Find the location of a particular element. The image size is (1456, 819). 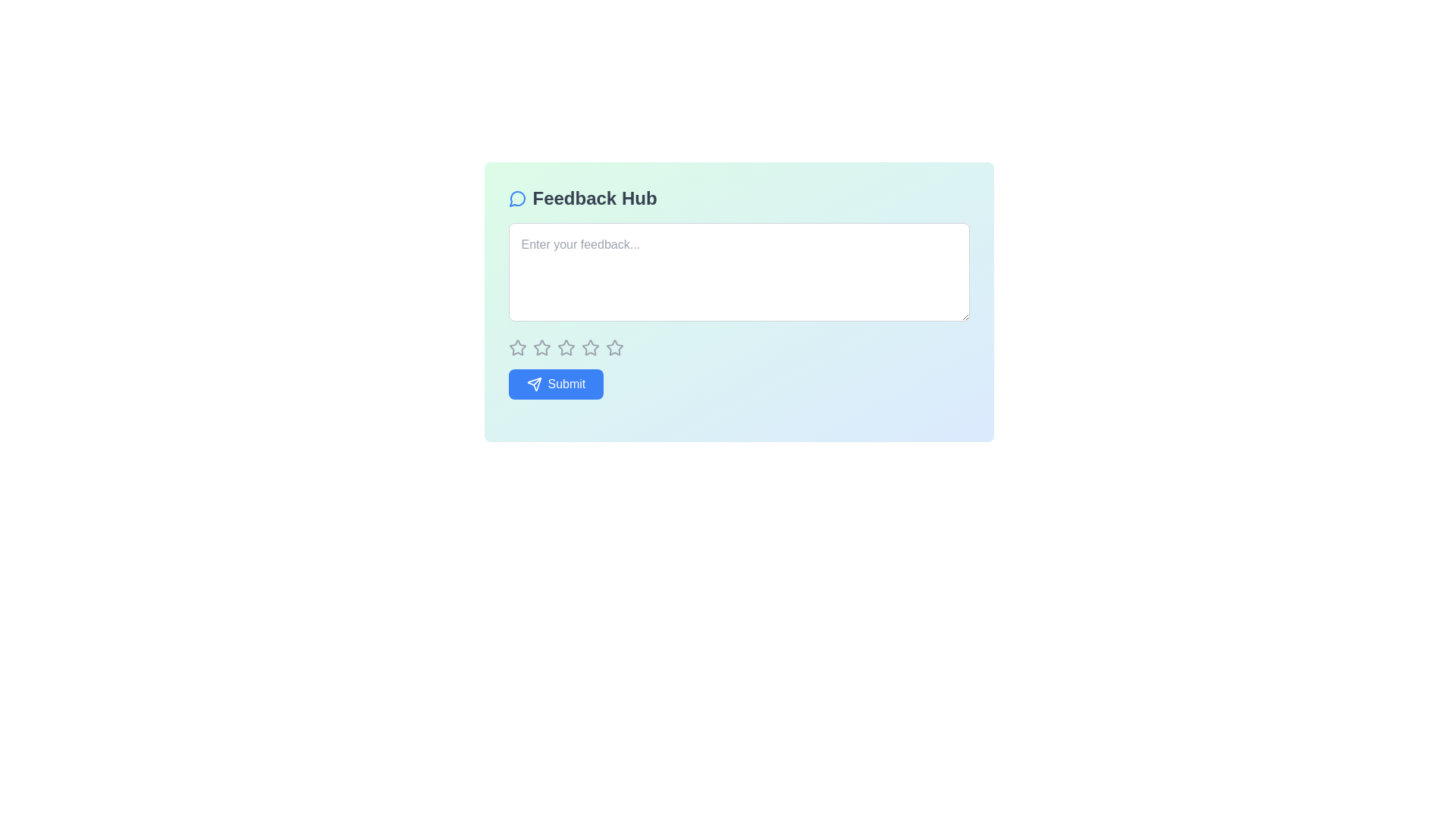

the fourth star icon in a row of five rating stars, which serves as a rating indicator that sets the rating to four stars is located at coordinates (589, 348).